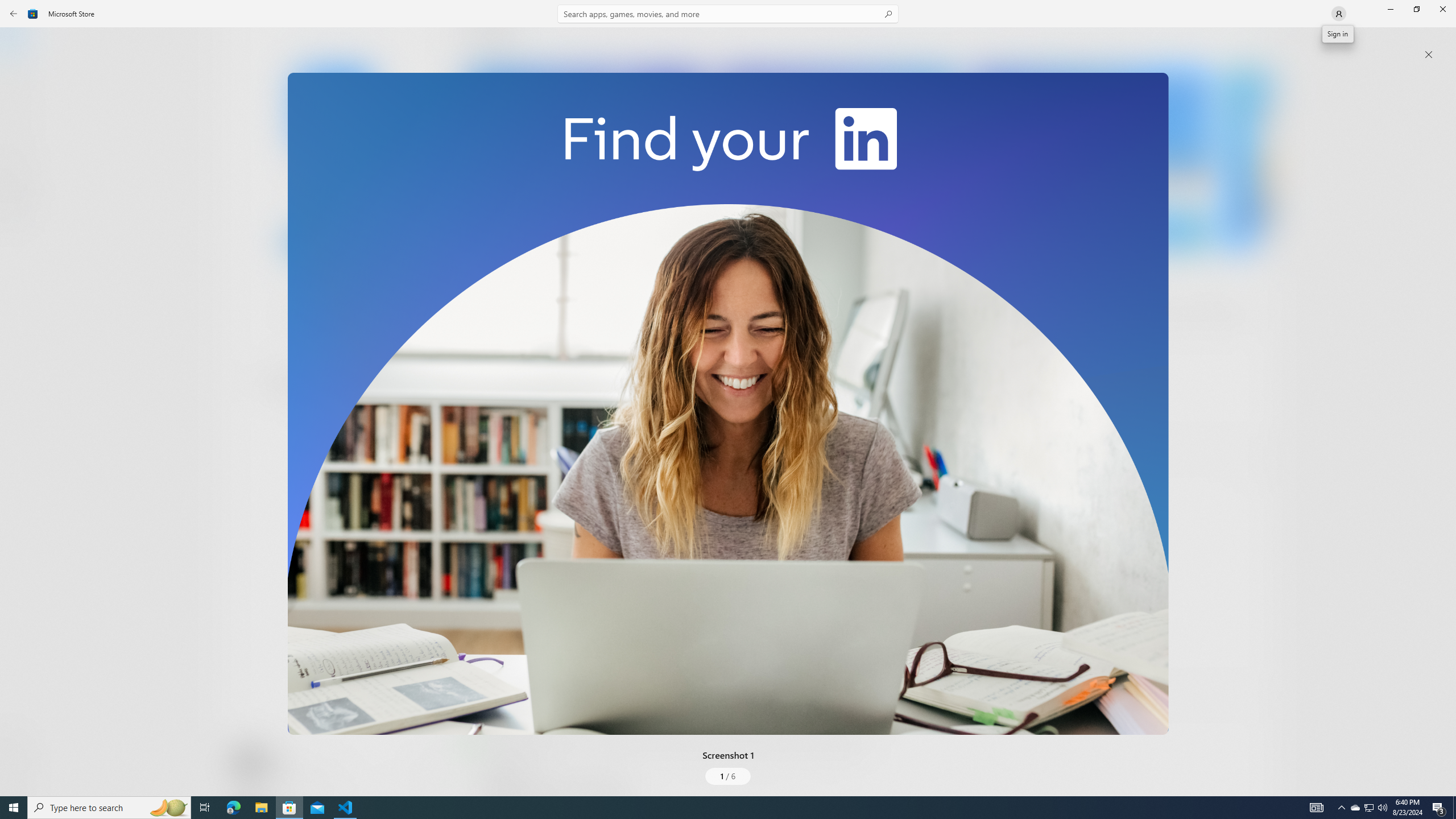 This screenshot has width=1456, height=819. What do you see at coordinates (19, 185) in the screenshot?
I see `'Entertainment'` at bounding box center [19, 185].